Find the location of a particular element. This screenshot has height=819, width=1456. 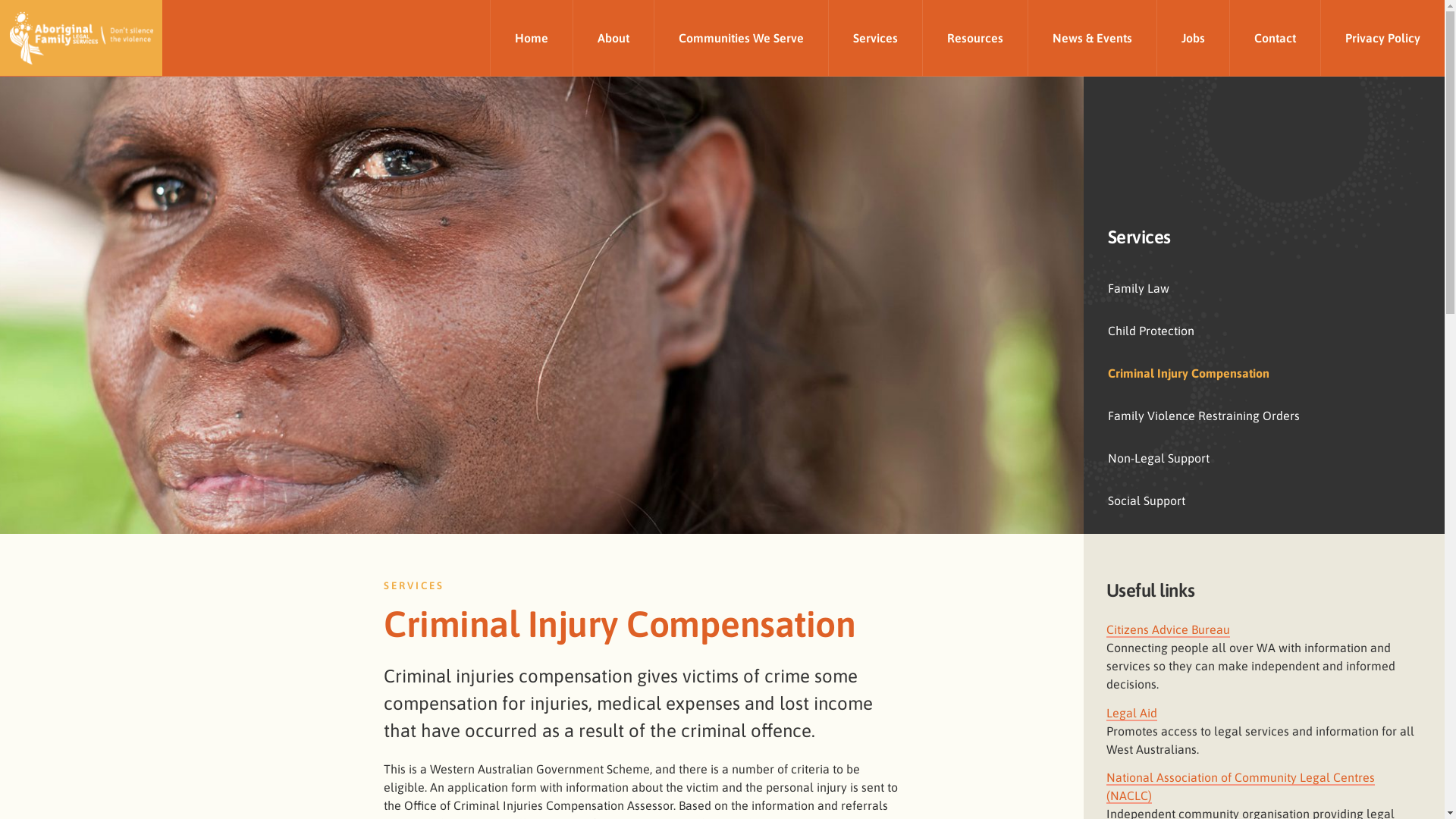

'Child Protection' is located at coordinates (1263, 329).